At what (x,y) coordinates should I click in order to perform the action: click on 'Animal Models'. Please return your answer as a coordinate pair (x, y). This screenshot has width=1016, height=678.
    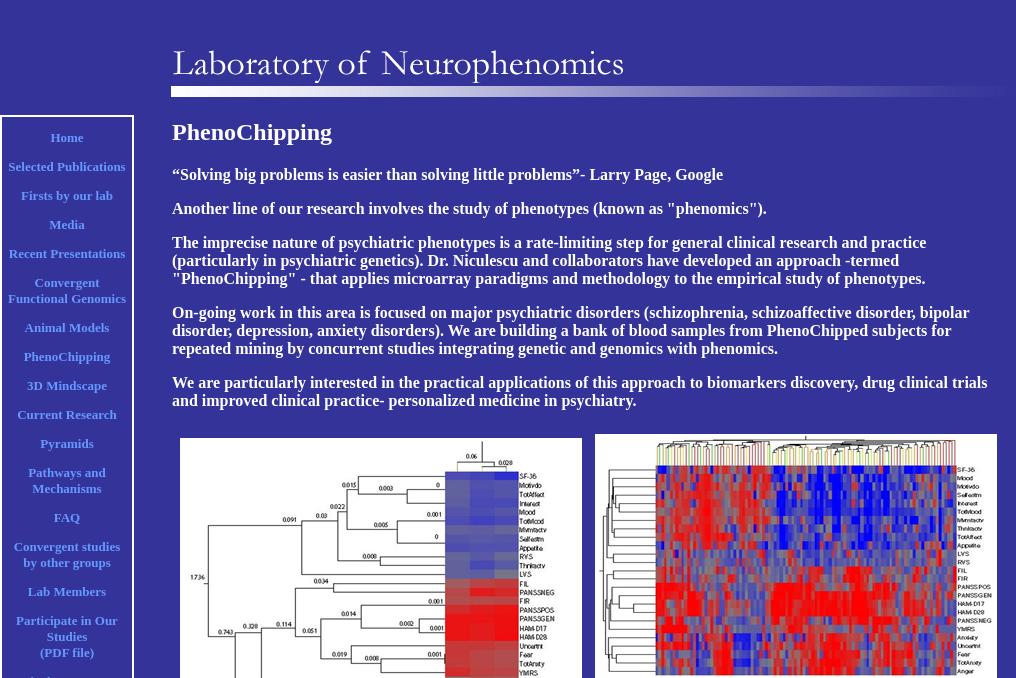
    Looking at the image, I should click on (66, 327).